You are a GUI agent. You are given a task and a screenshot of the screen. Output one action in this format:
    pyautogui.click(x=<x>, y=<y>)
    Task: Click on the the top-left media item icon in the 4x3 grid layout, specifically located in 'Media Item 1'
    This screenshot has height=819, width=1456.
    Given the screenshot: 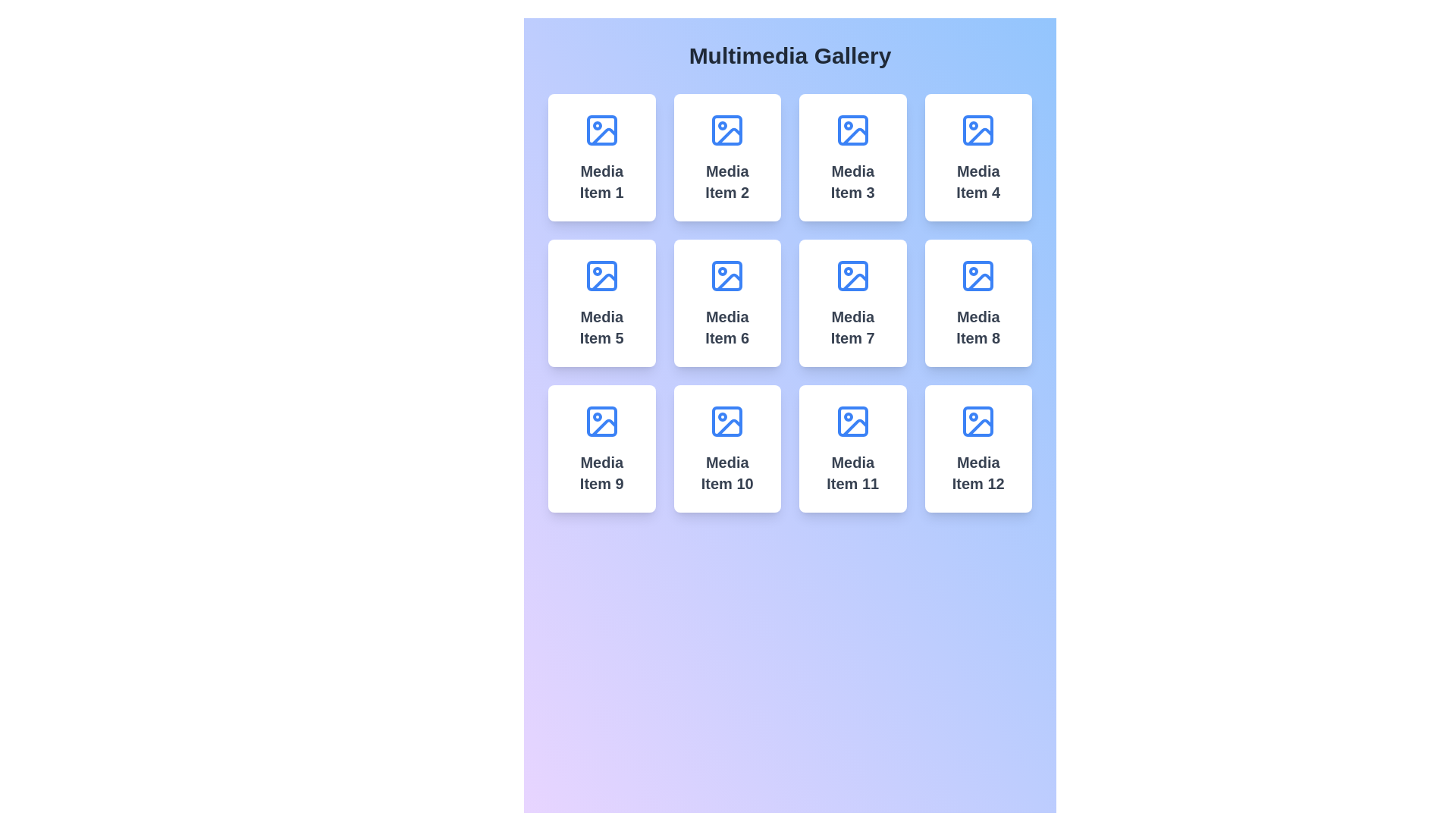 What is the action you would take?
    pyautogui.click(x=601, y=130)
    